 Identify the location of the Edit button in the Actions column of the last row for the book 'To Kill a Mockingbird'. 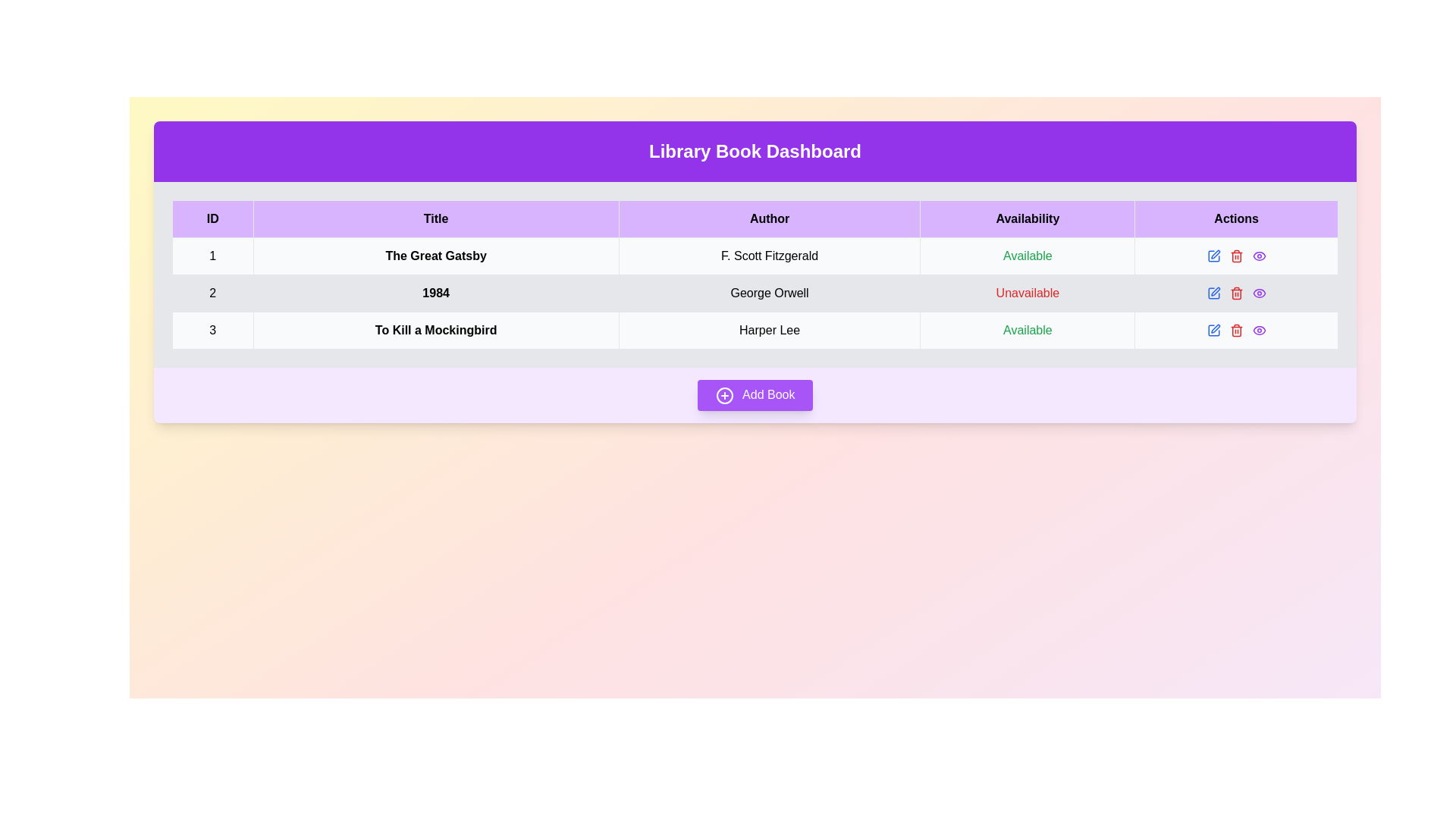
(1215, 327).